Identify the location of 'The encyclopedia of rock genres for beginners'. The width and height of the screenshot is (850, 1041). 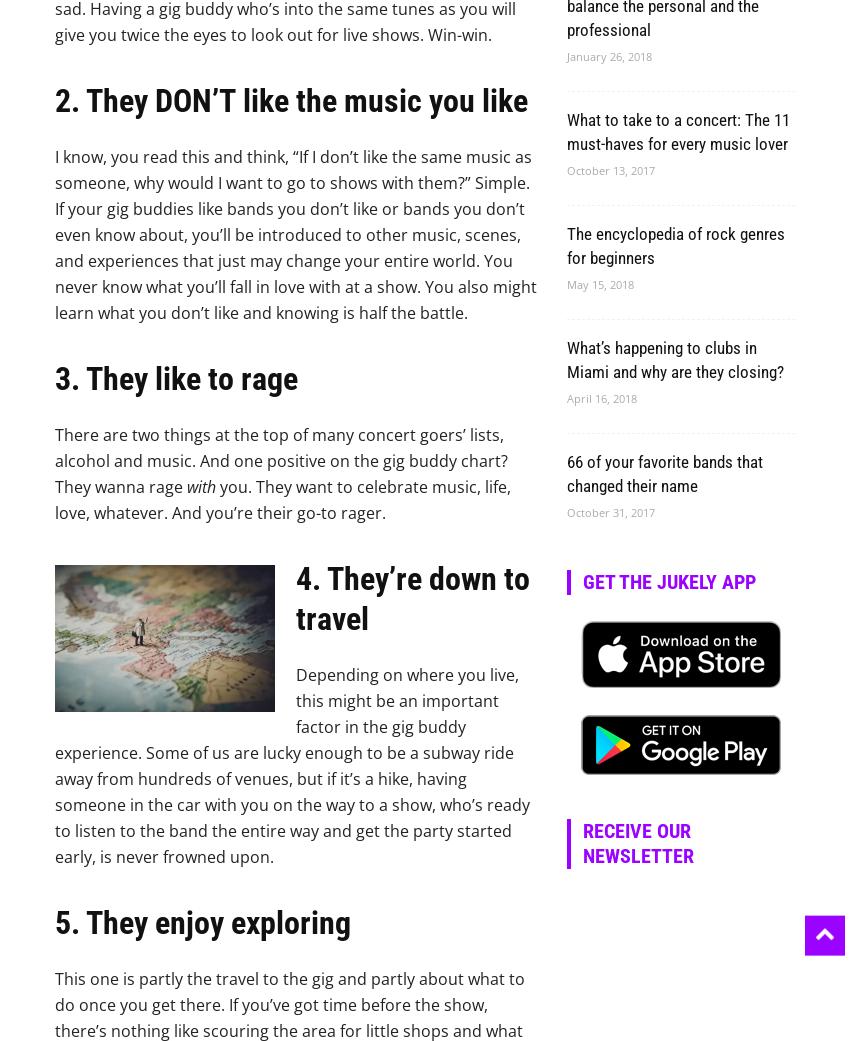
(567, 244).